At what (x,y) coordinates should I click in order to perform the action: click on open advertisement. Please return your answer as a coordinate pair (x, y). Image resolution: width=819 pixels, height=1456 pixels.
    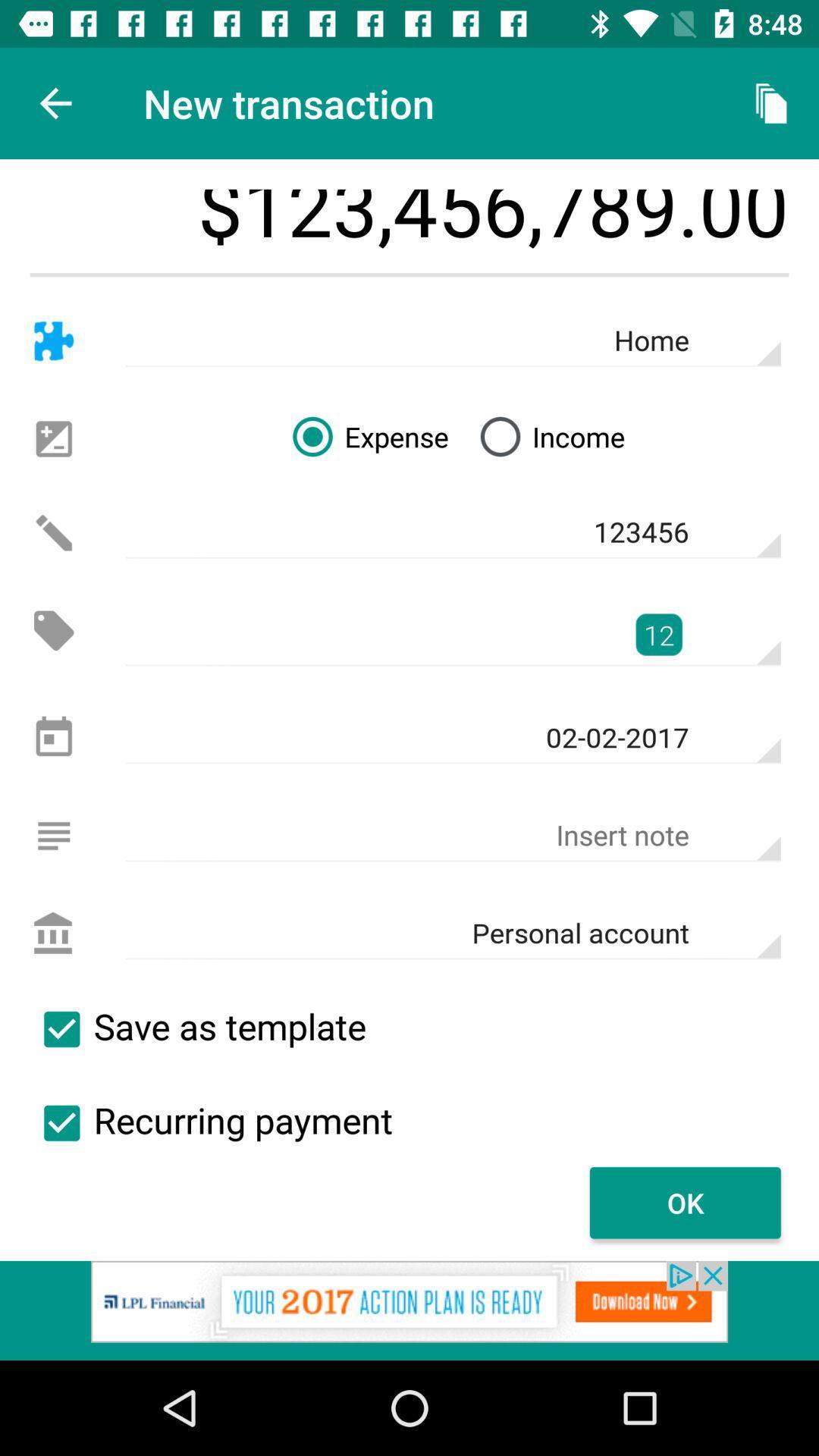
    Looking at the image, I should click on (409, 1310).